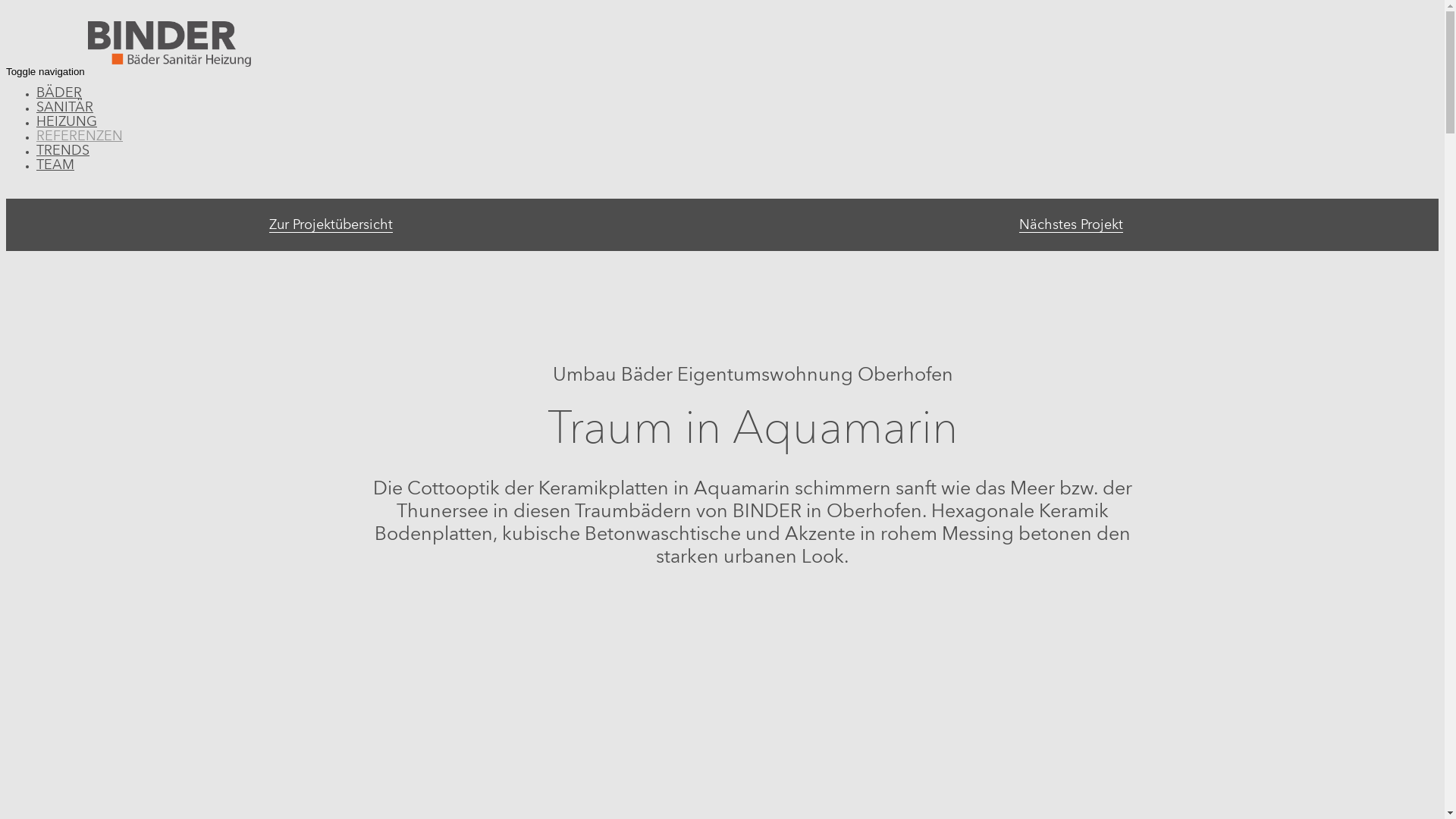 The image size is (1456, 819). Describe the element at coordinates (61, 146) in the screenshot. I see `'TRENDS'` at that location.